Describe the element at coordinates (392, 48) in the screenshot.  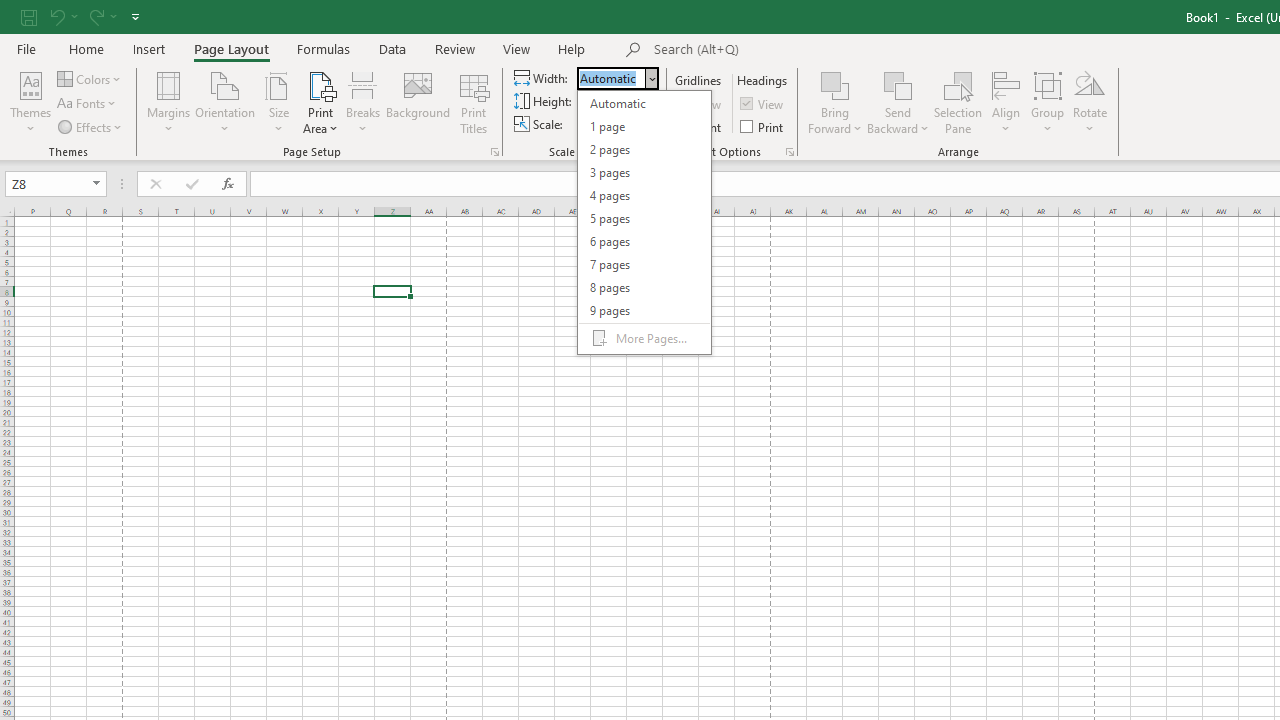
I see `'Data'` at that location.